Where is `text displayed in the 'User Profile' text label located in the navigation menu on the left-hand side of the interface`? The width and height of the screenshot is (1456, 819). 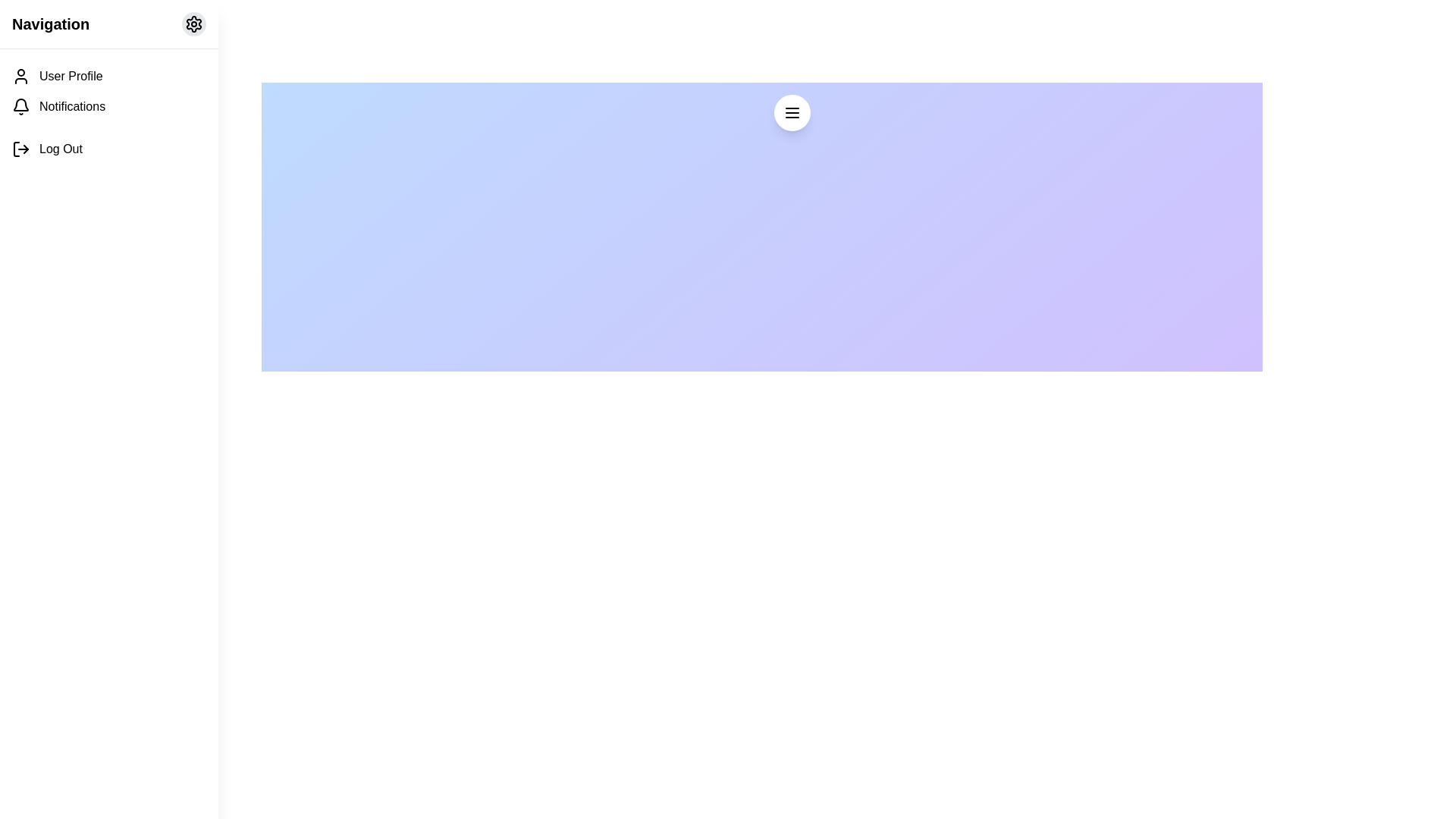
text displayed in the 'User Profile' text label located in the navigation menu on the left-hand side of the interface is located at coordinates (70, 76).